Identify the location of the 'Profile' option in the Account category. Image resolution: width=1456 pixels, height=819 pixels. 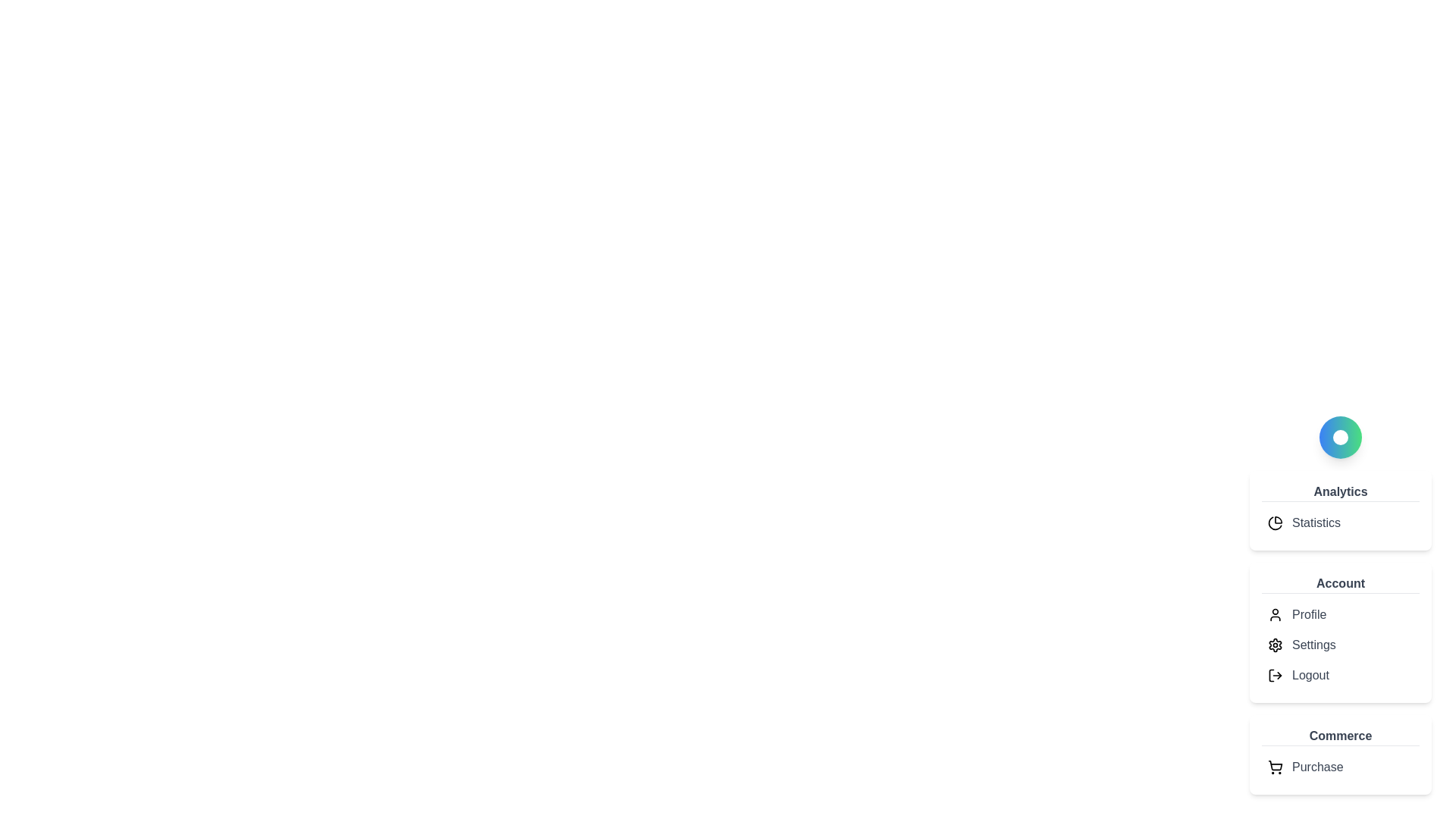
(1308, 614).